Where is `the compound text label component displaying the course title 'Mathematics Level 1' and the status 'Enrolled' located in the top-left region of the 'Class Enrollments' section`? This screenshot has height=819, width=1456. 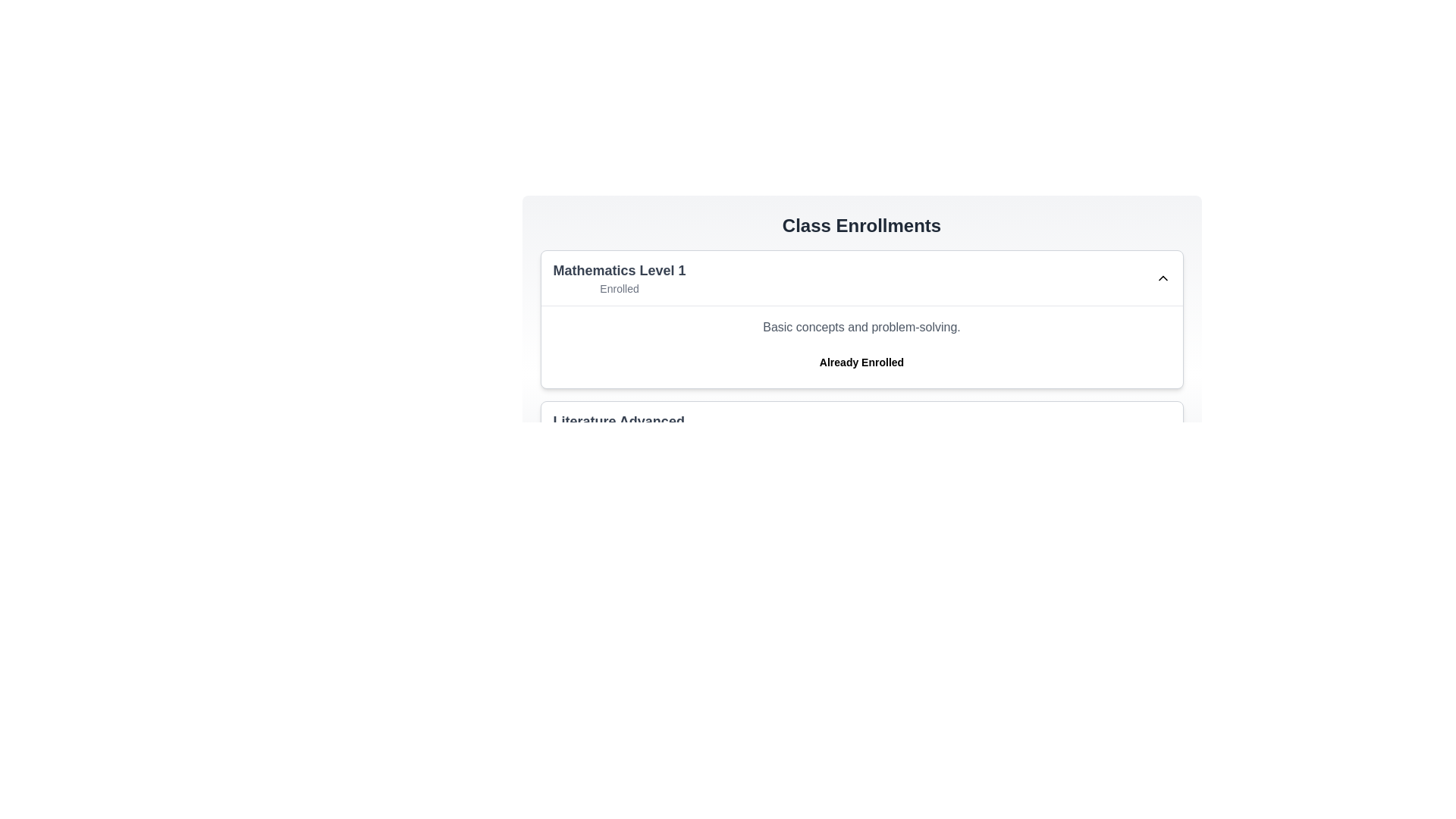
the compound text label component displaying the course title 'Mathematics Level 1' and the status 'Enrolled' located in the top-left region of the 'Class Enrollments' section is located at coordinates (619, 278).